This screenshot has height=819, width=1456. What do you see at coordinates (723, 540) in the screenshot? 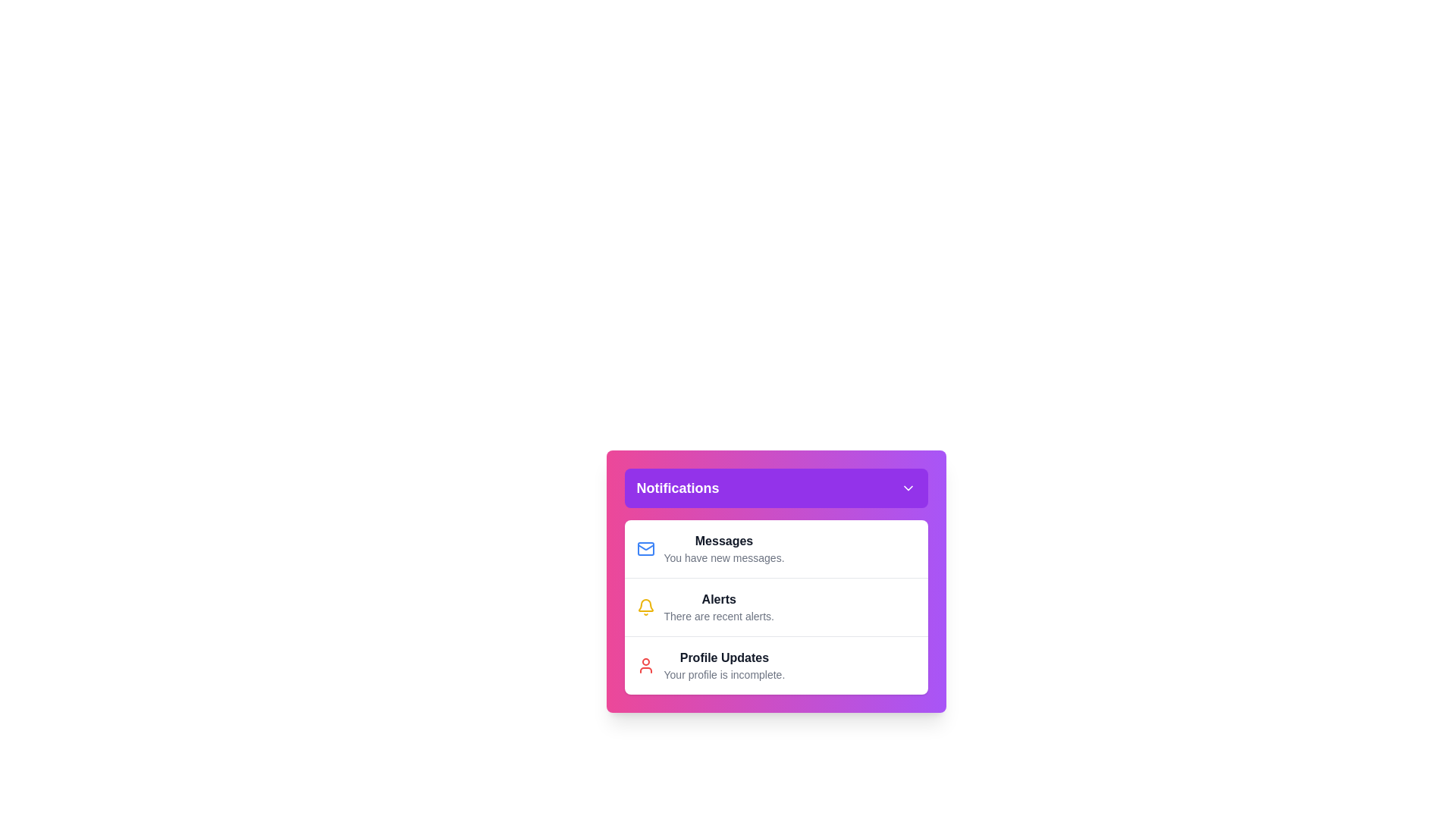
I see `the bold text label reading 'Messages' in the notification panel` at bounding box center [723, 540].